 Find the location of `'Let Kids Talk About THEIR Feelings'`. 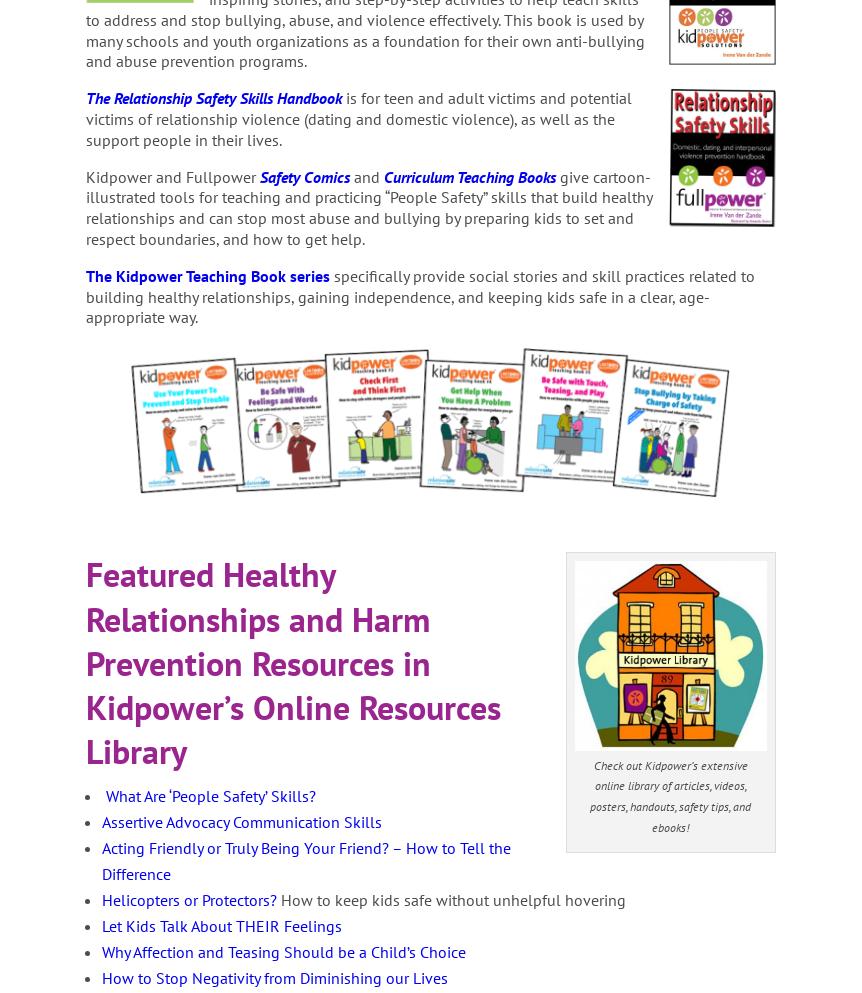

'Let Kids Talk About THEIR Feelings' is located at coordinates (220, 924).